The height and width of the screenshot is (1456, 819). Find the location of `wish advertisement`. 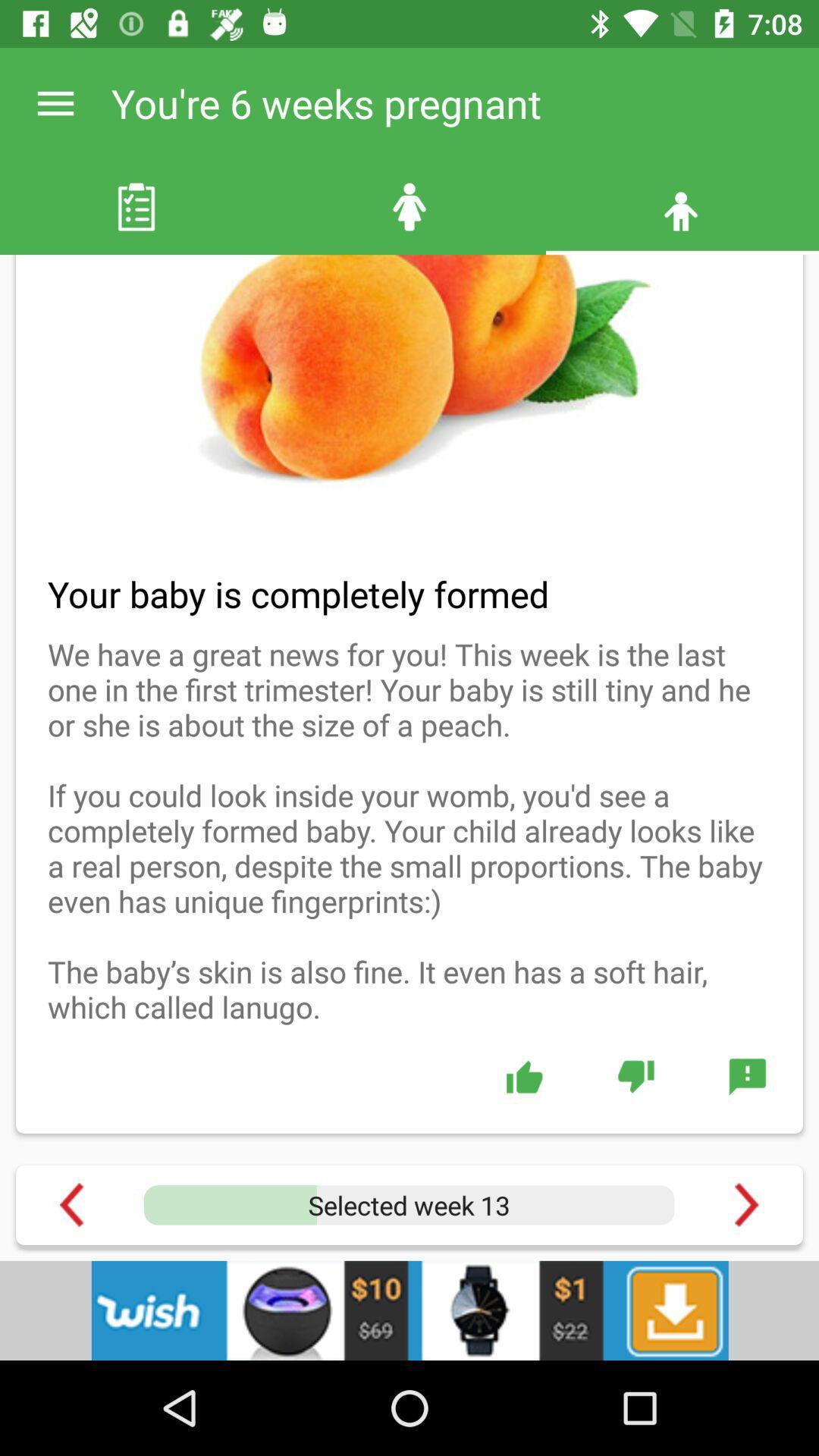

wish advertisement is located at coordinates (409, 1310).